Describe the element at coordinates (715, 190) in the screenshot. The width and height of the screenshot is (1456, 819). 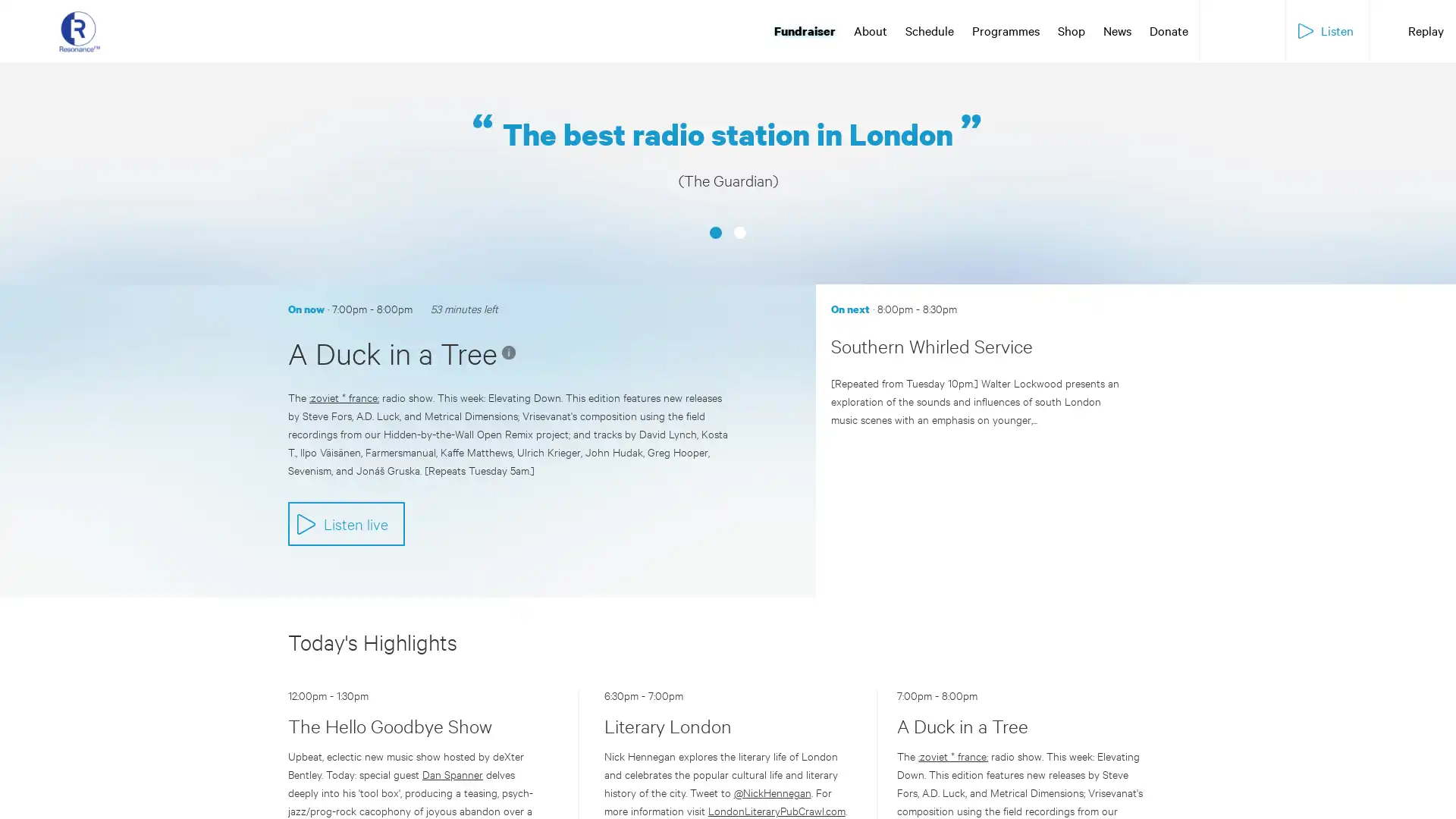
I see `1` at that location.